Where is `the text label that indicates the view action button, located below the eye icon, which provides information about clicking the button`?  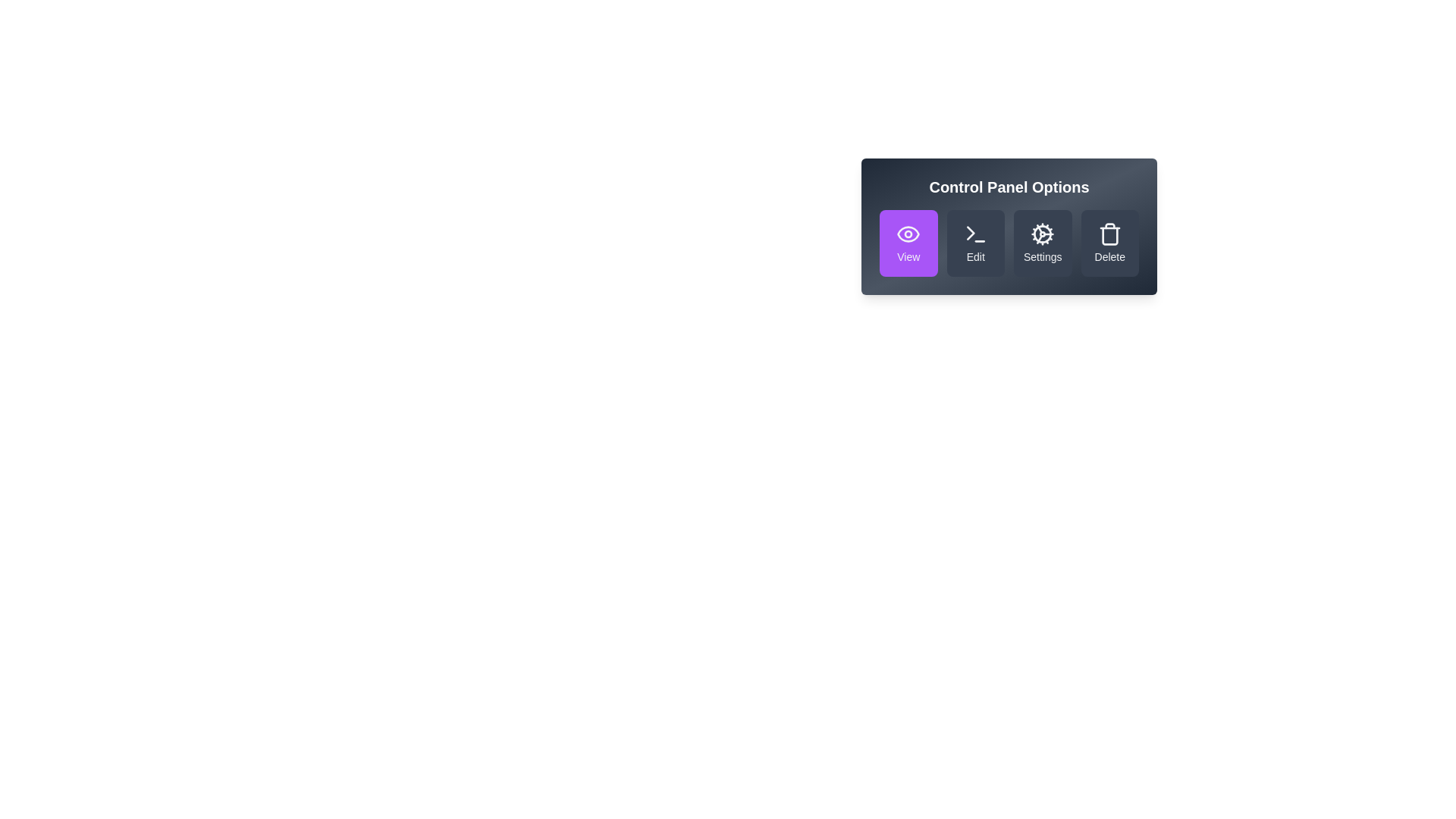 the text label that indicates the view action button, located below the eye icon, which provides information about clicking the button is located at coordinates (908, 256).